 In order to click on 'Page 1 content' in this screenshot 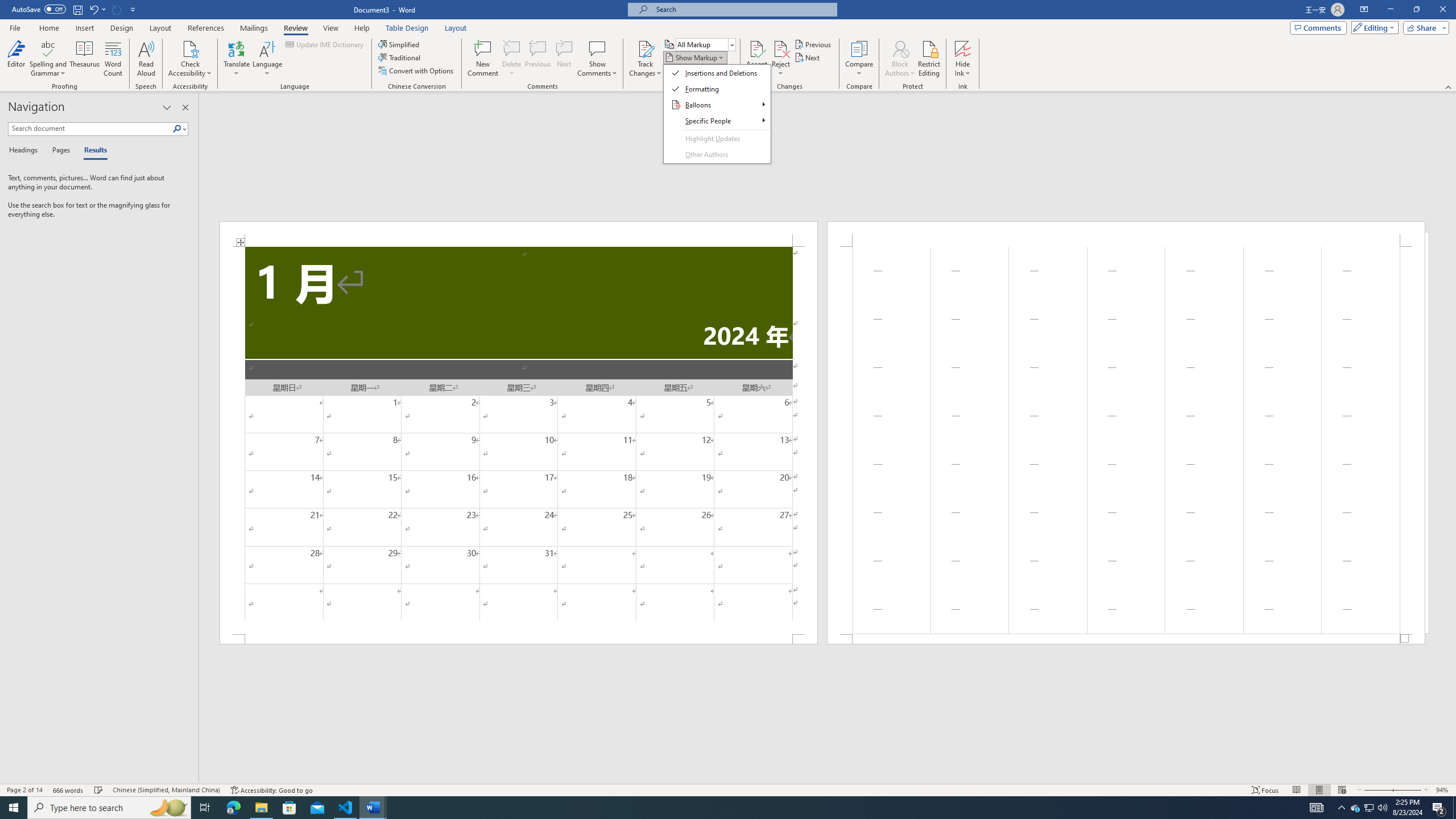, I will do `click(519, 440)`.